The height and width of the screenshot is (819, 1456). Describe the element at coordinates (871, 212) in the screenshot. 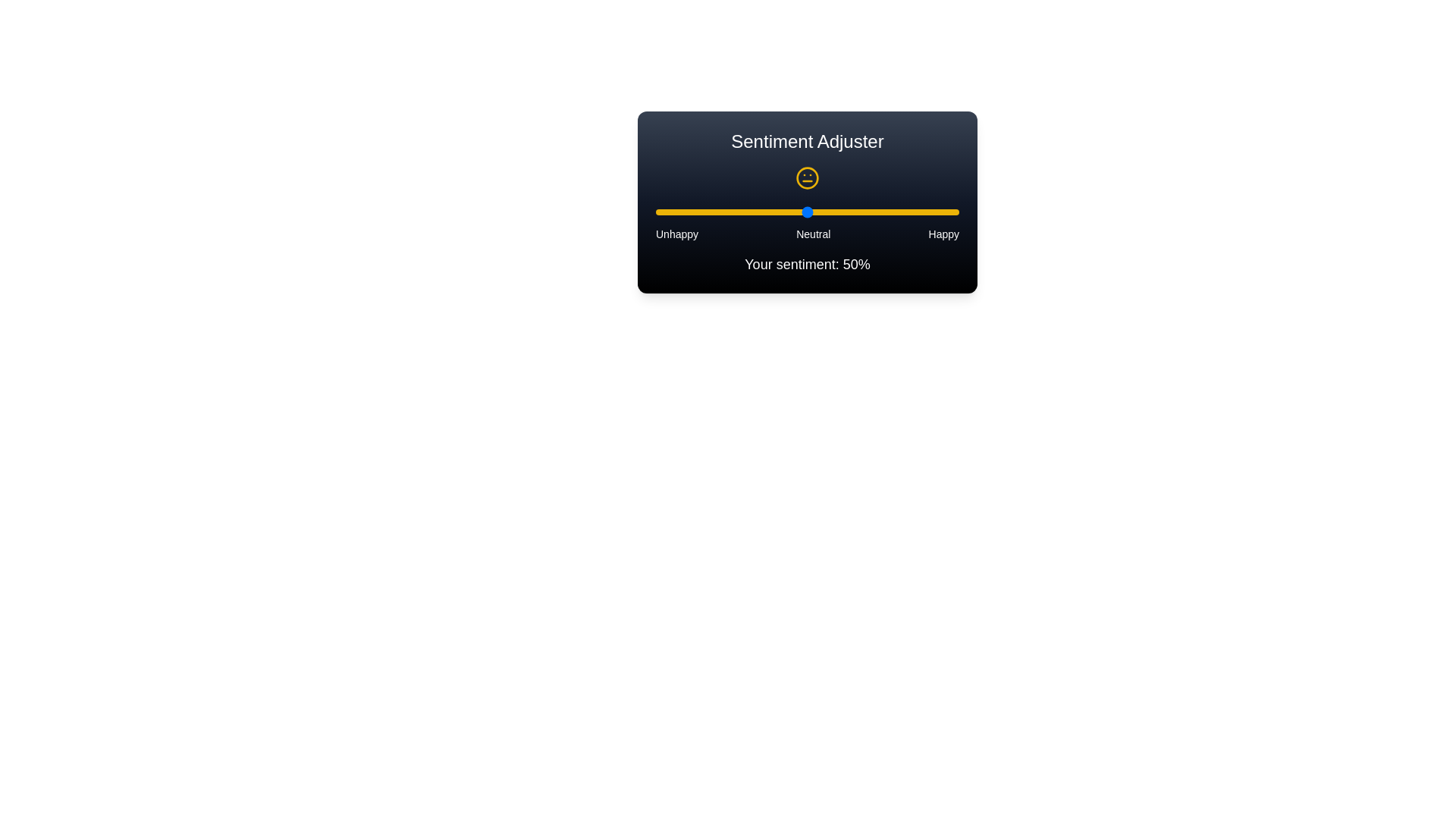

I see `the slider to set the sentiment value to 71` at that location.